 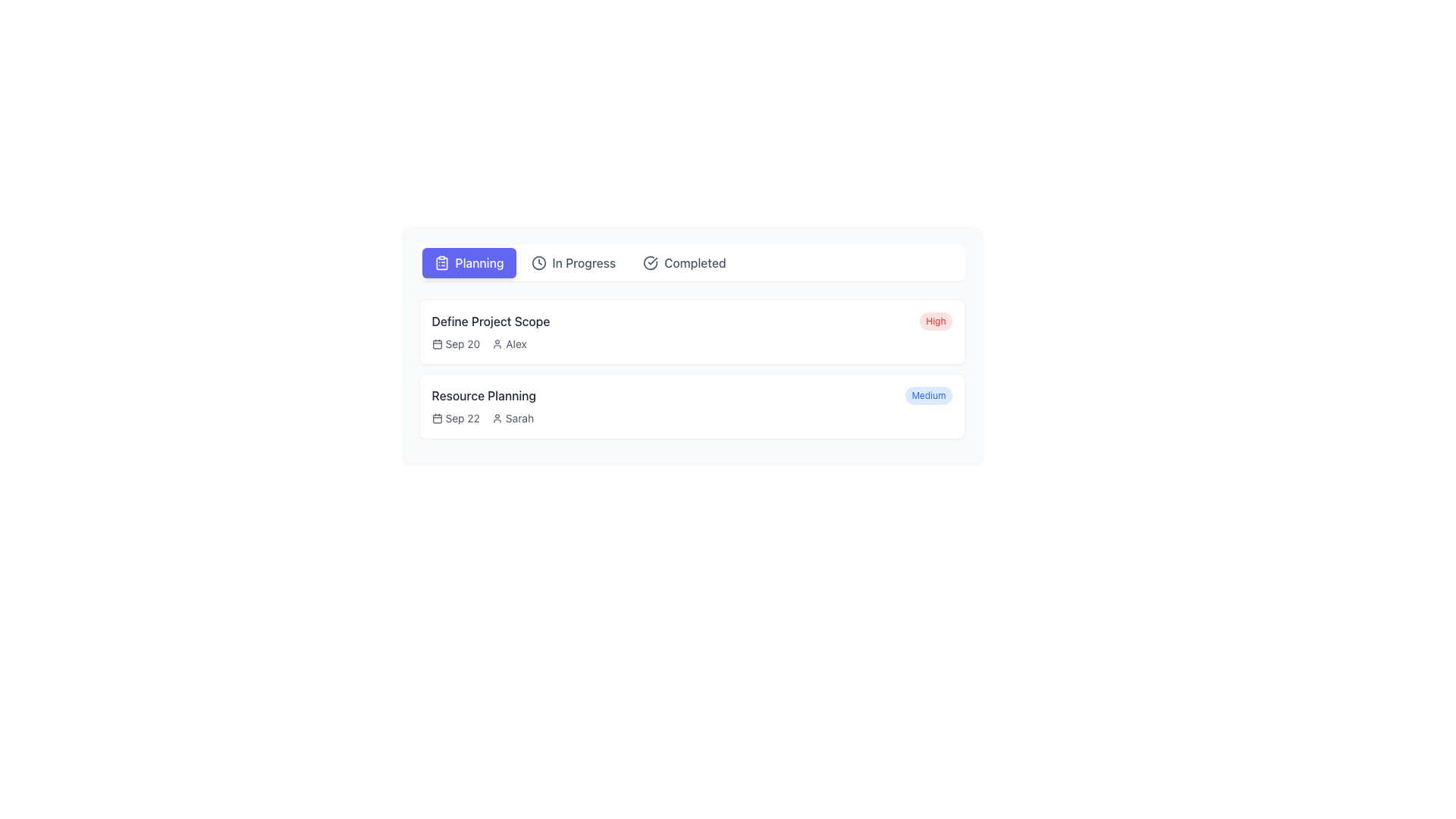 I want to click on the upper task card in the 'Planning' section, so click(x=691, y=331).